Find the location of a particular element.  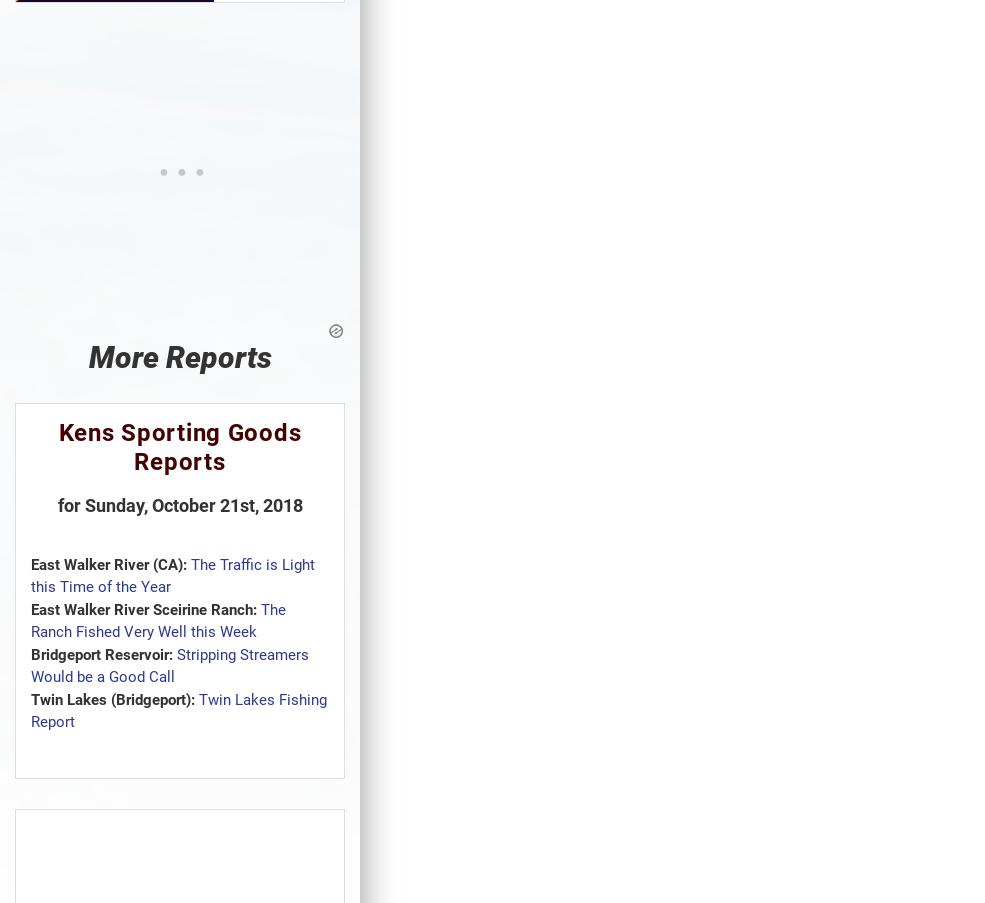

'East Walker River (CA):' is located at coordinates (30, 563).